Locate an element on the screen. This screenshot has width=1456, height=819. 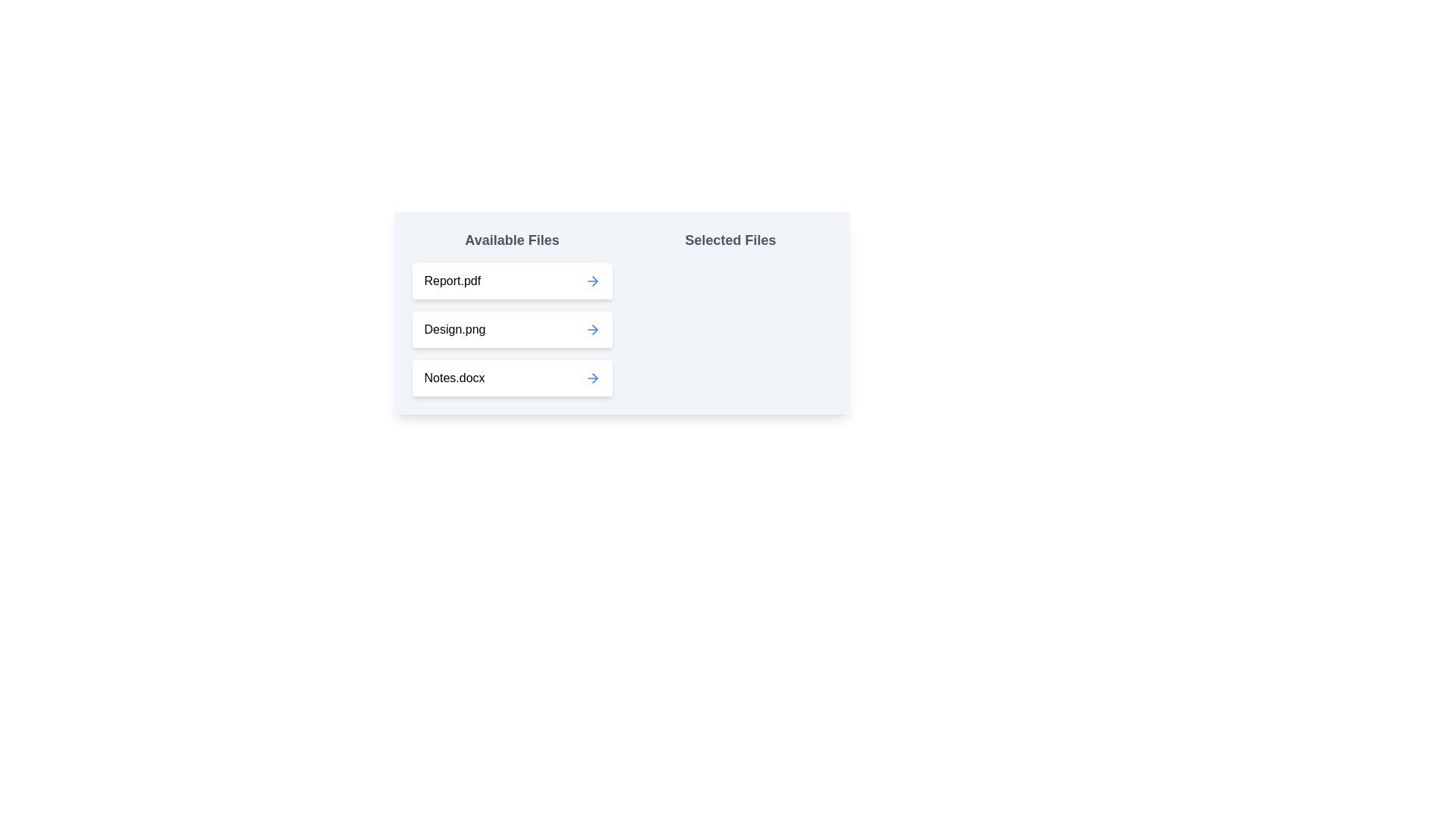
the icon button located to the right of the 'Design.png' text in the 'Available Files' section is located at coordinates (591, 329).